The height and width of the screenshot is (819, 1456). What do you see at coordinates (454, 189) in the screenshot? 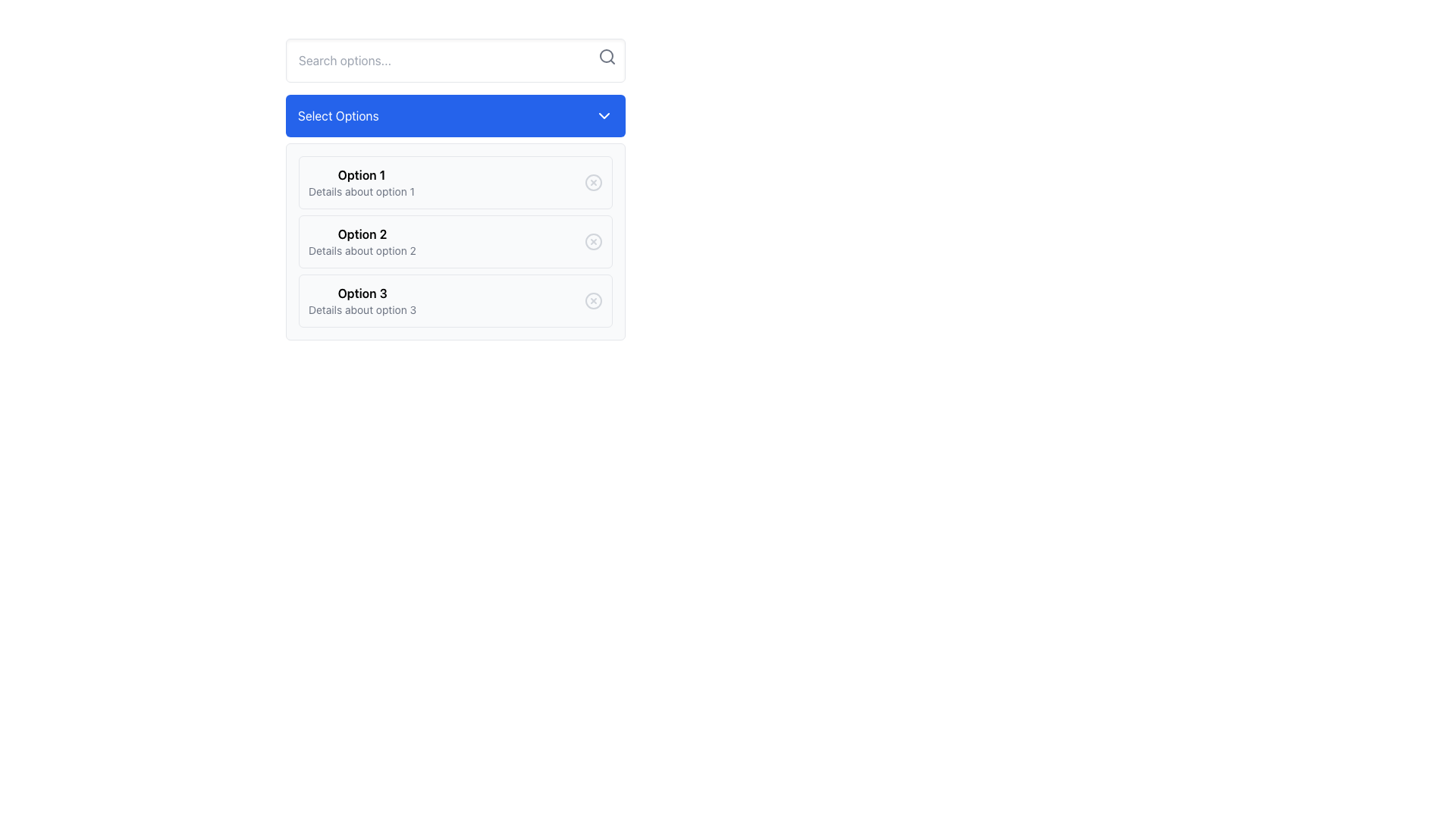
I see `the first option within the dropdown menu under the 'Select Options' title` at bounding box center [454, 189].